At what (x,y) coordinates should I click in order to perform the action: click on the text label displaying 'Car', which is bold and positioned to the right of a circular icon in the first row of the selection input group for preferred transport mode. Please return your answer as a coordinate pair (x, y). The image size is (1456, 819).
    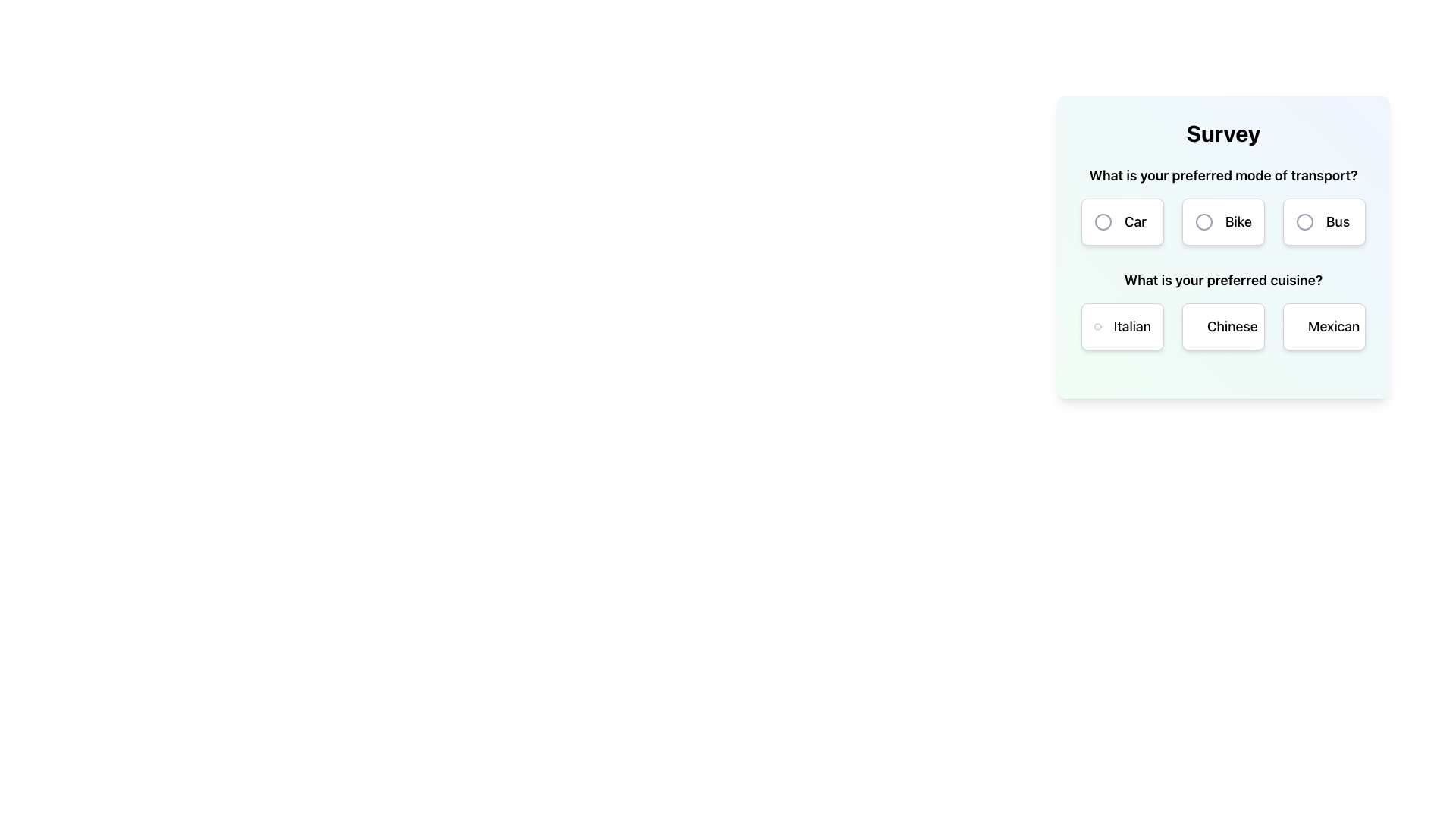
    Looking at the image, I should click on (1135, 222).